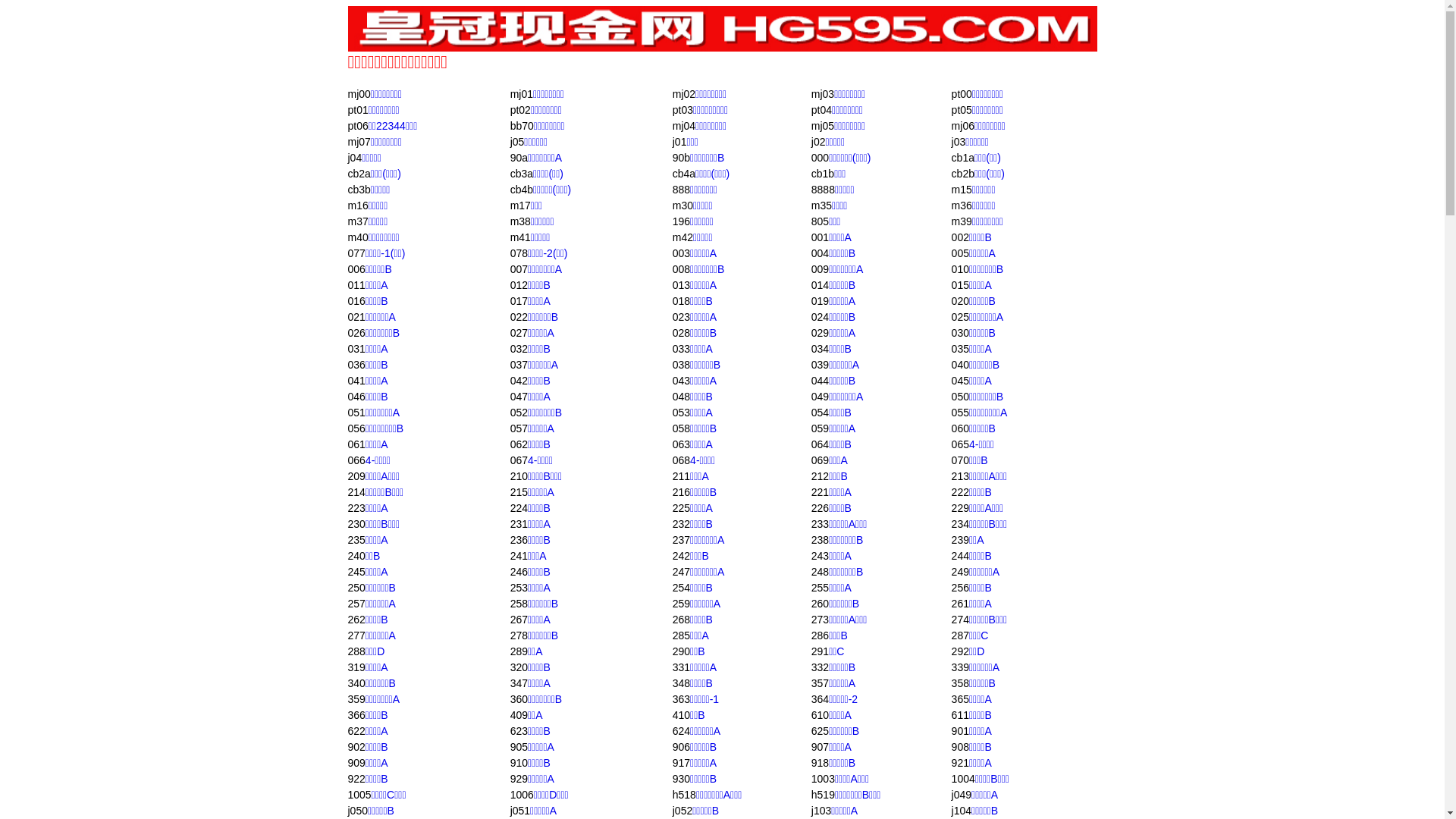 This screenshot has height=819, width=1456. Describe the element at coordinates (680, 396) in the screenshot. I see `'048'` at that location.